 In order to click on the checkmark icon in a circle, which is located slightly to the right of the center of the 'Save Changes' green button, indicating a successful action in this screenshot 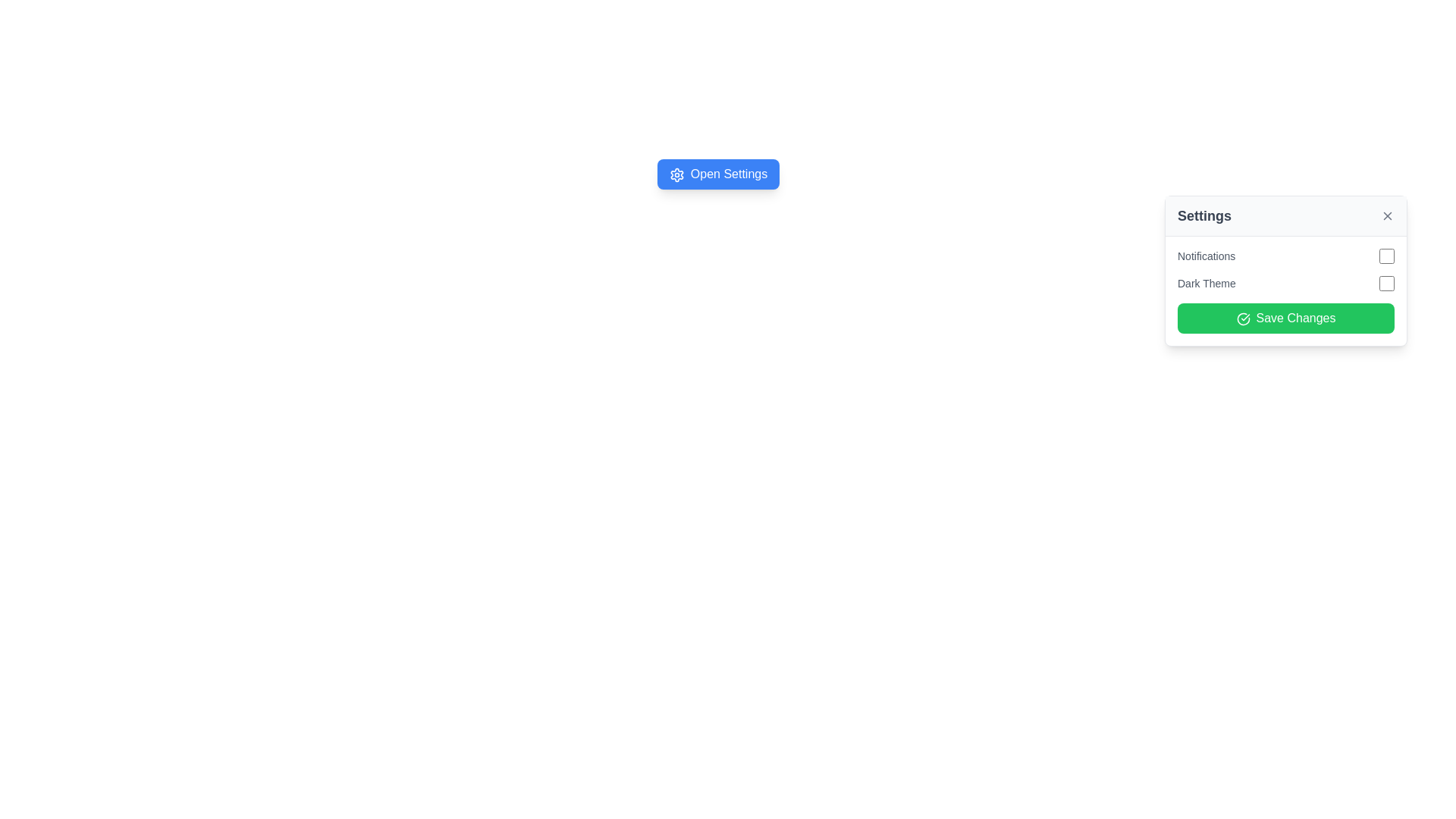, I will do `click(1243, 318)`.